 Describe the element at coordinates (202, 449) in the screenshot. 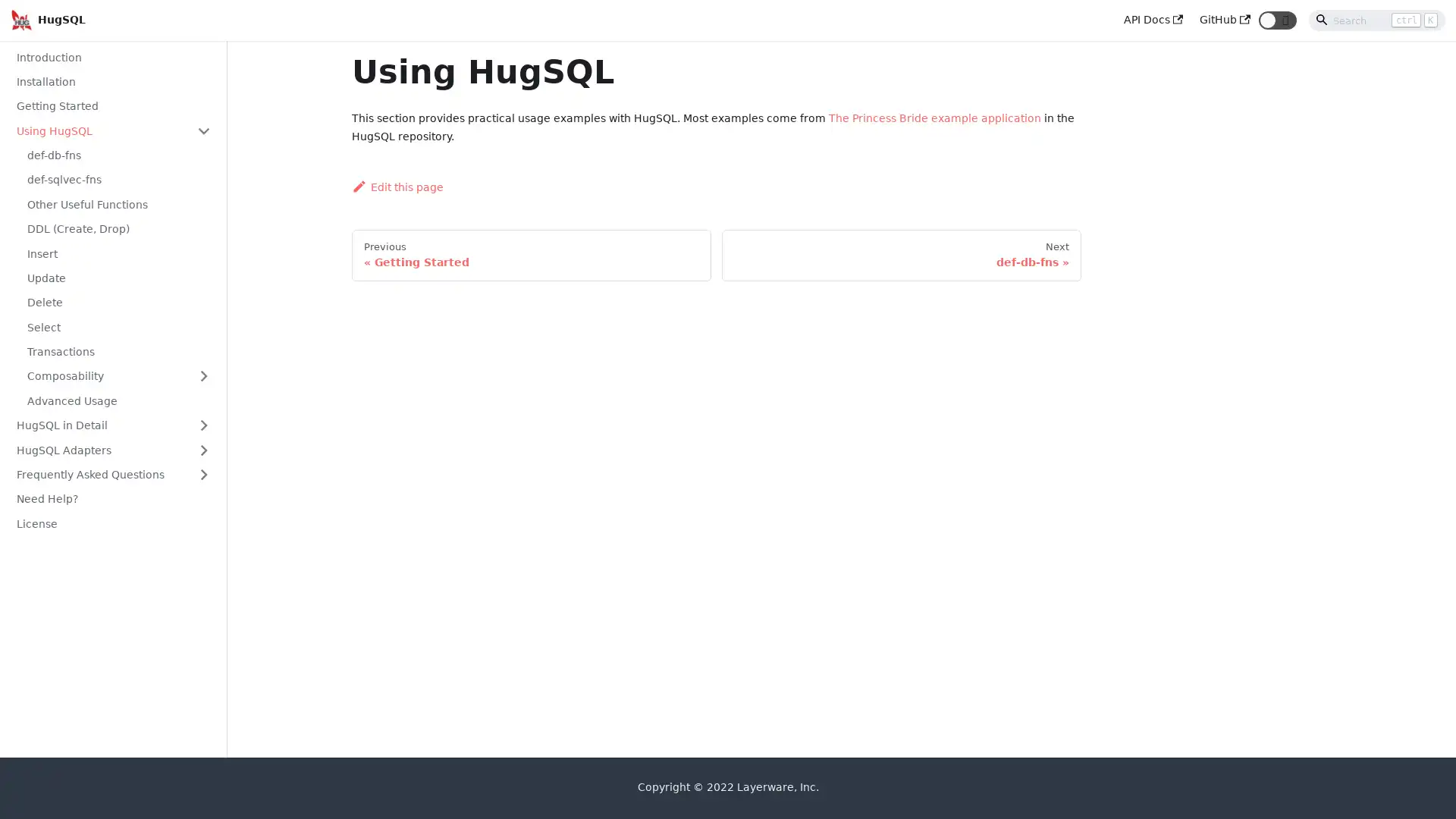

I see `Toggle the collapsible sidebar category 'HugSQL Adapters'` at that location.